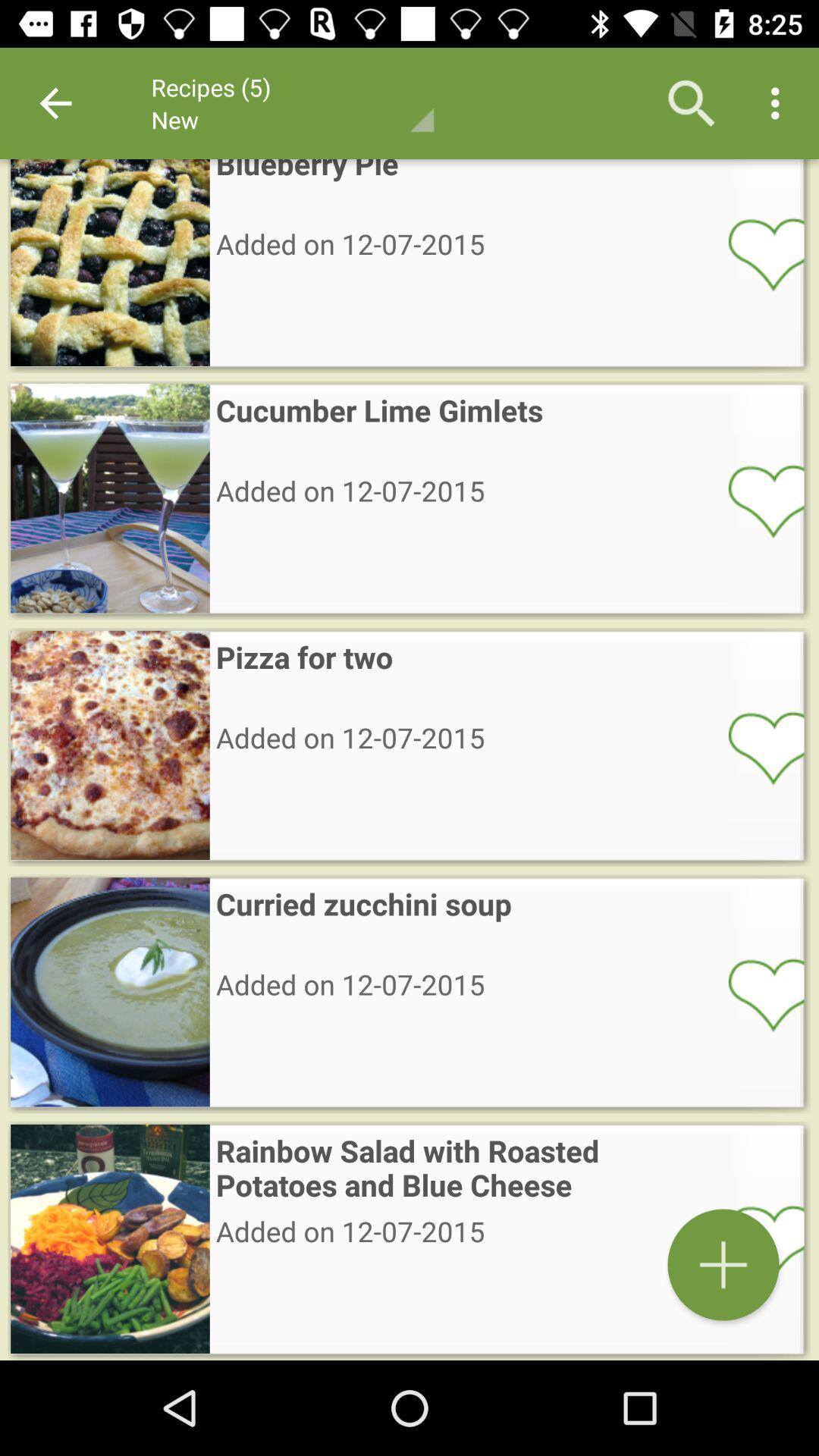 The height and width of the screenshot is (1456, 819). Describe the element at coordinates (756, 253) in the screenshot. I see `as favorite` at that location.